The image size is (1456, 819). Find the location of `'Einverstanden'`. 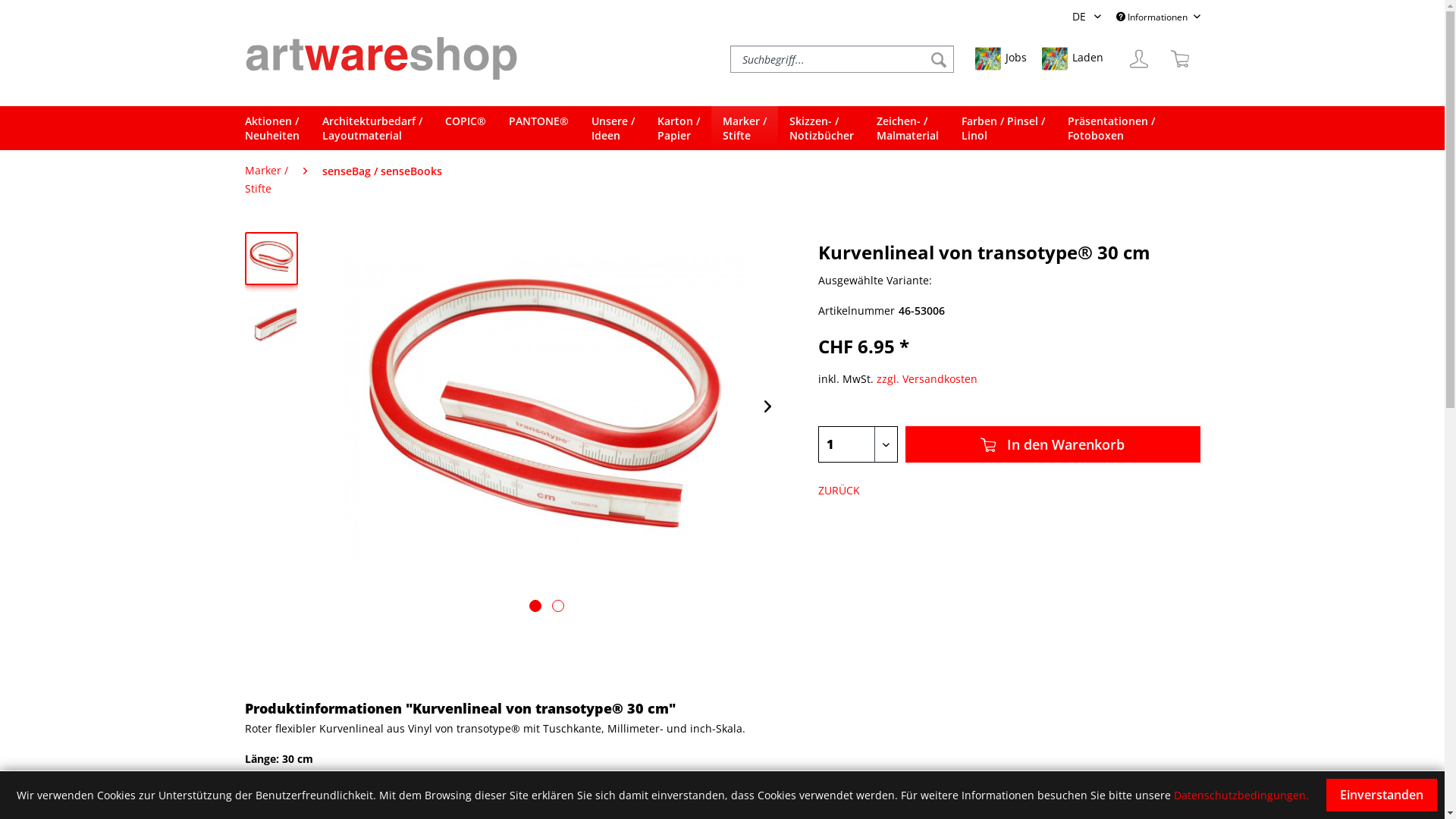

'Einverstanden' is located at coordinates (1325, 794).